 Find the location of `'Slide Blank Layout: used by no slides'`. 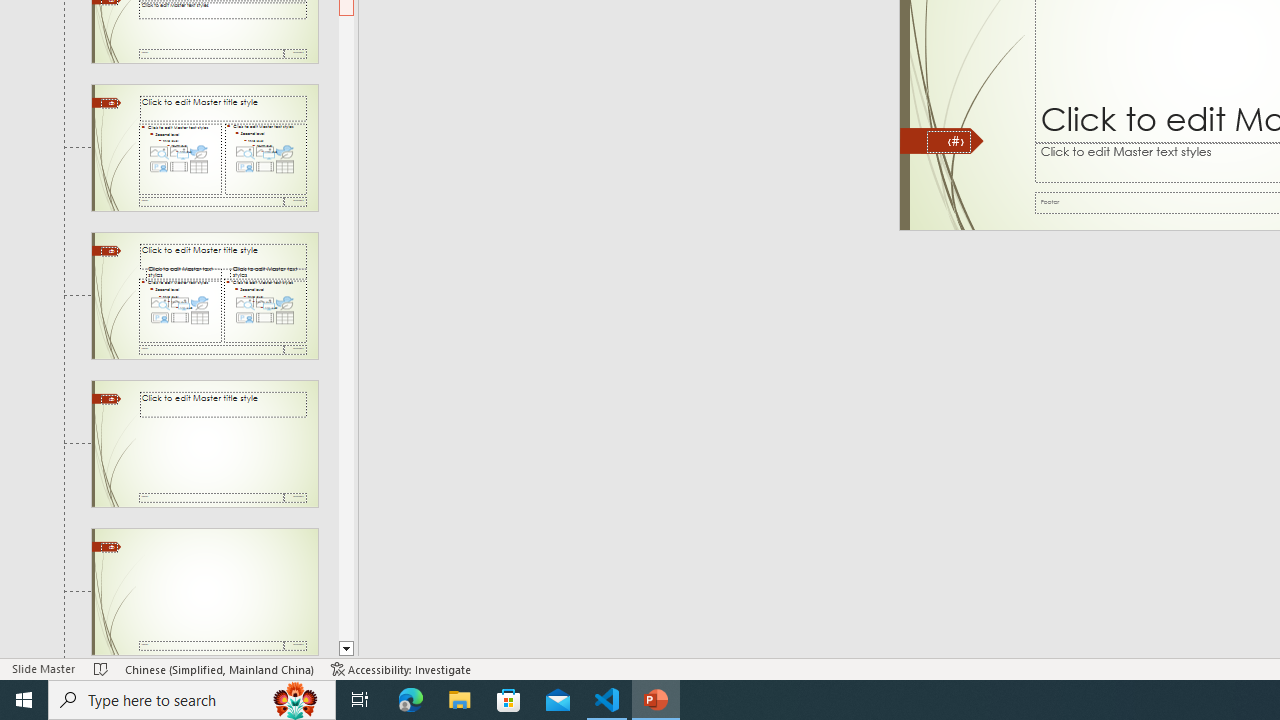

'Slide Blank Layout: used by no slides' is located at coordinates (204, 591).